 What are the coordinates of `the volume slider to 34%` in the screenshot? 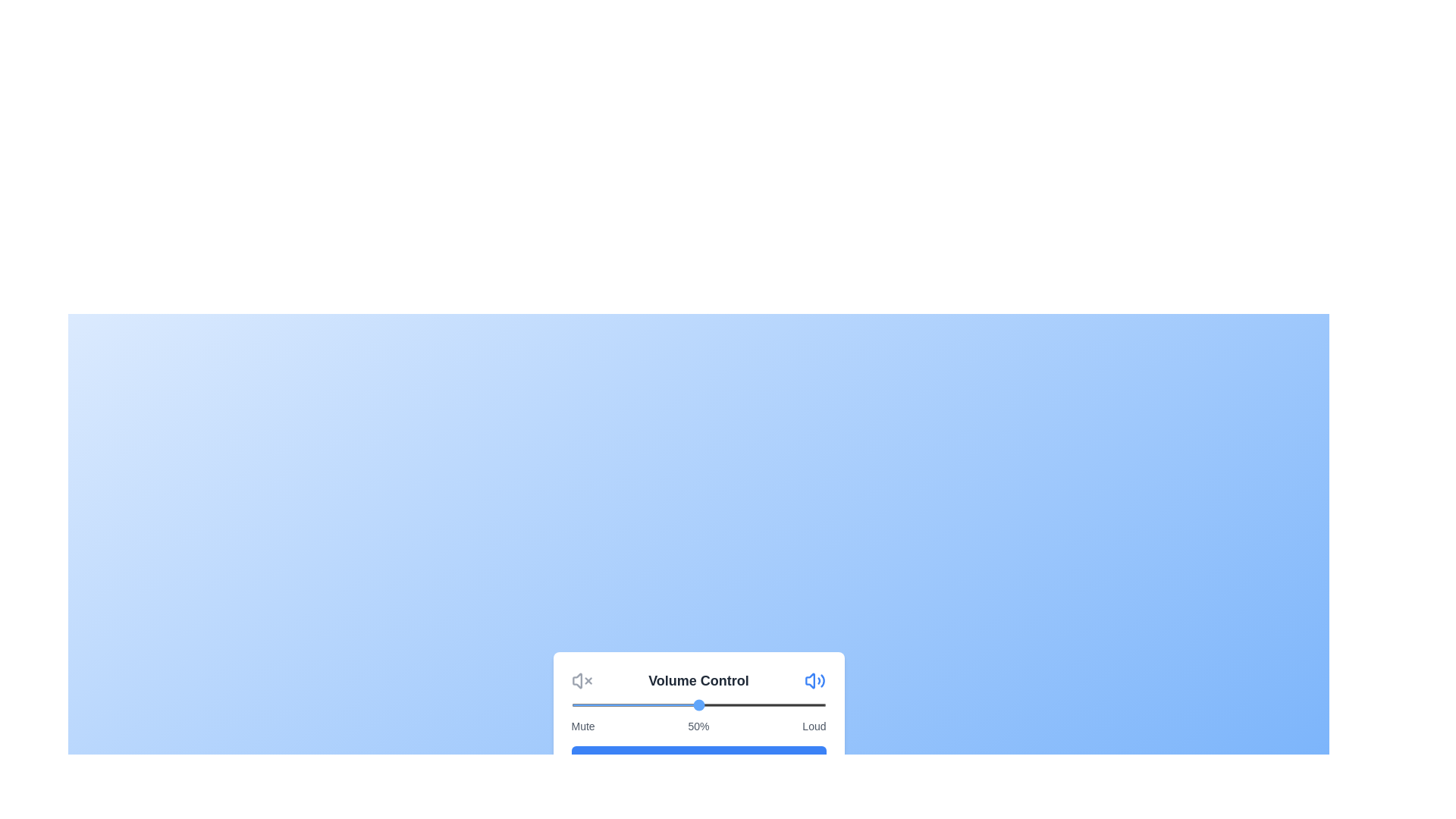 It's located at (657, 704).